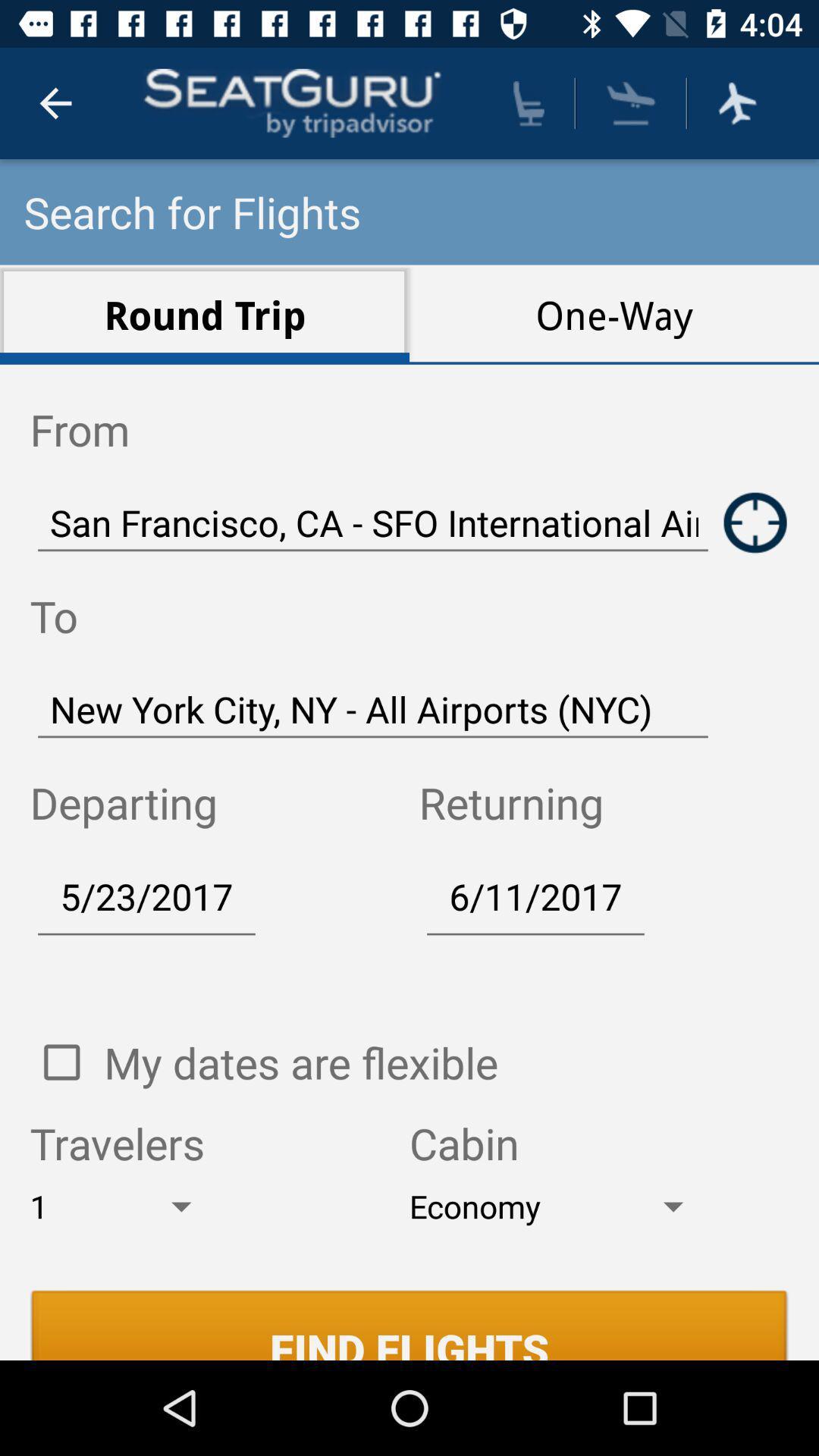 The image size is (819, 1456). Describe the element at coordinates (614, 314) in the screenshot. I see `the one-way` at that location.